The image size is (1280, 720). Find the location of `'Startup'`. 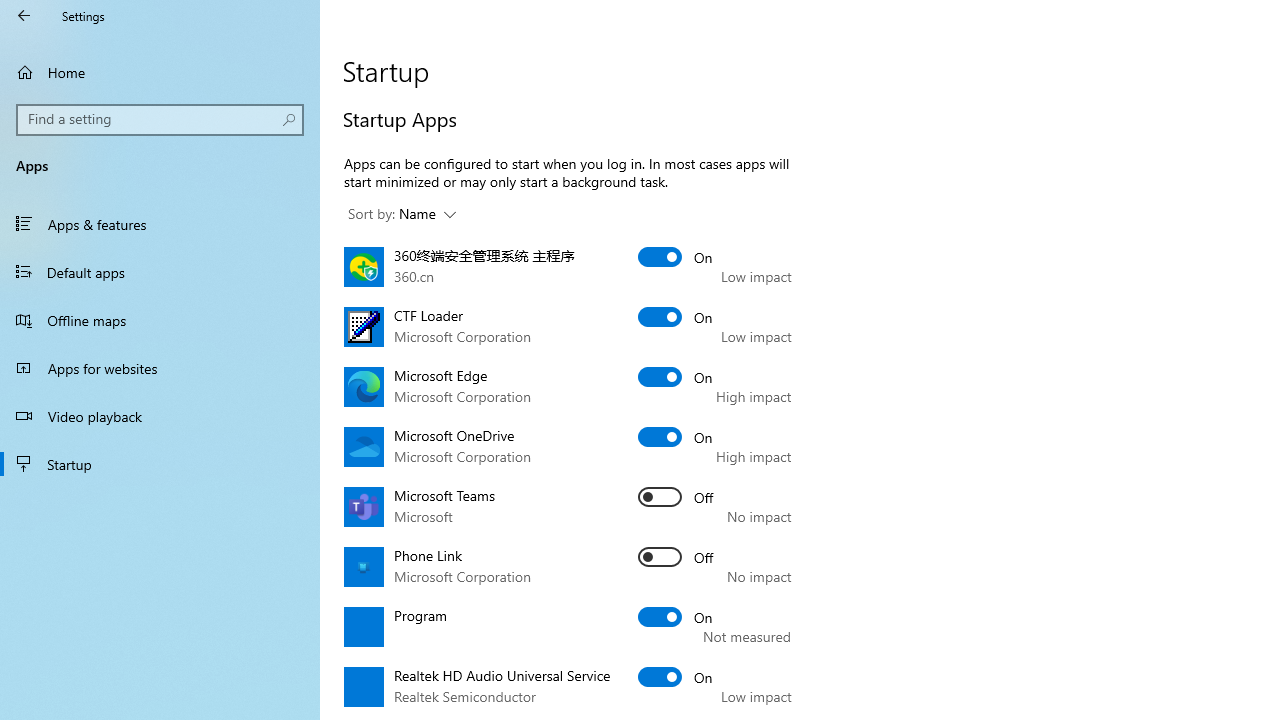

'Startup' is located at coordinates (160, 464).